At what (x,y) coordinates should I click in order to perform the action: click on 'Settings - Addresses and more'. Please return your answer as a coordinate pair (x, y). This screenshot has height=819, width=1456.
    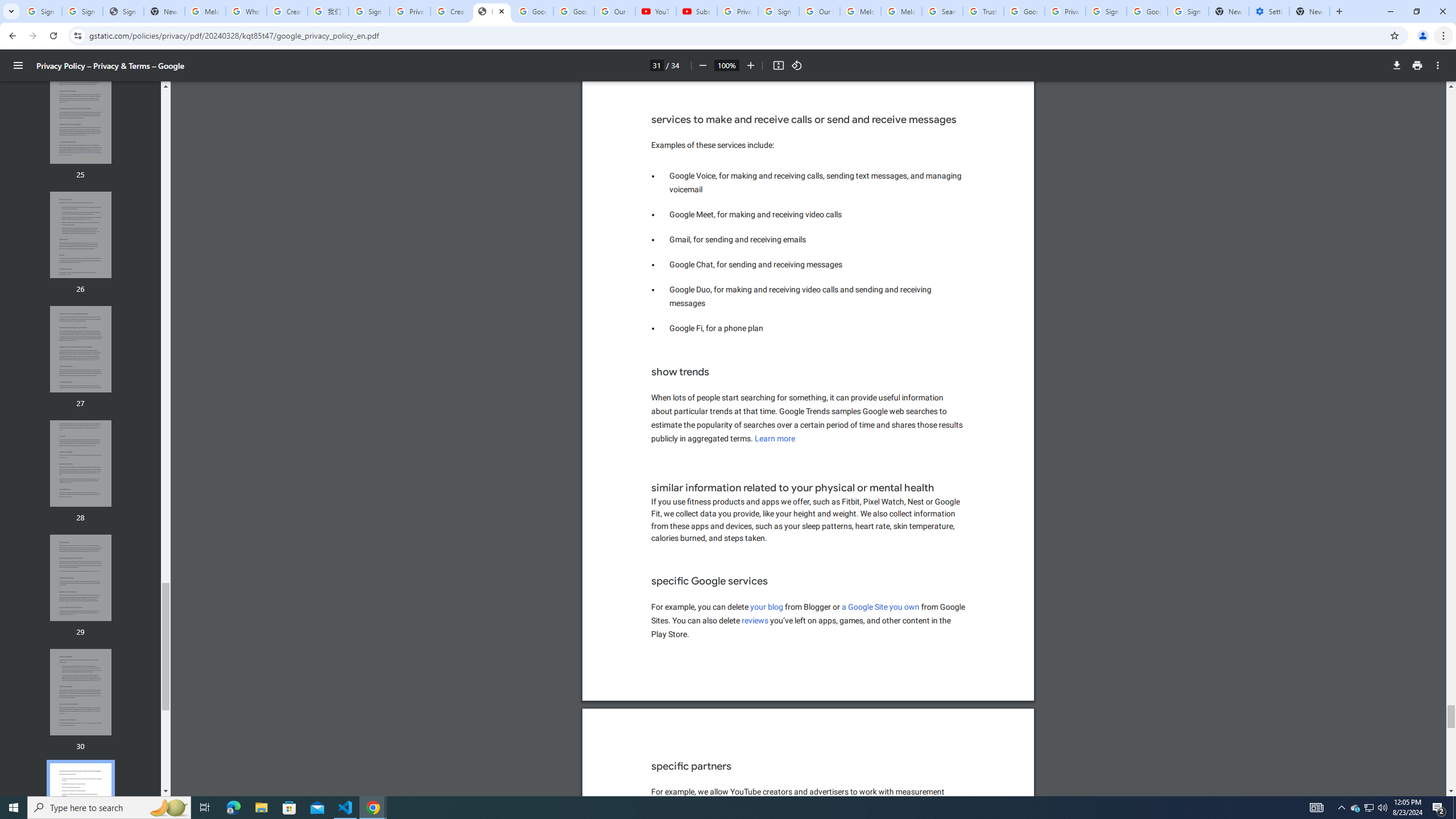
    Looking at the image, I should click on (1268, 11).